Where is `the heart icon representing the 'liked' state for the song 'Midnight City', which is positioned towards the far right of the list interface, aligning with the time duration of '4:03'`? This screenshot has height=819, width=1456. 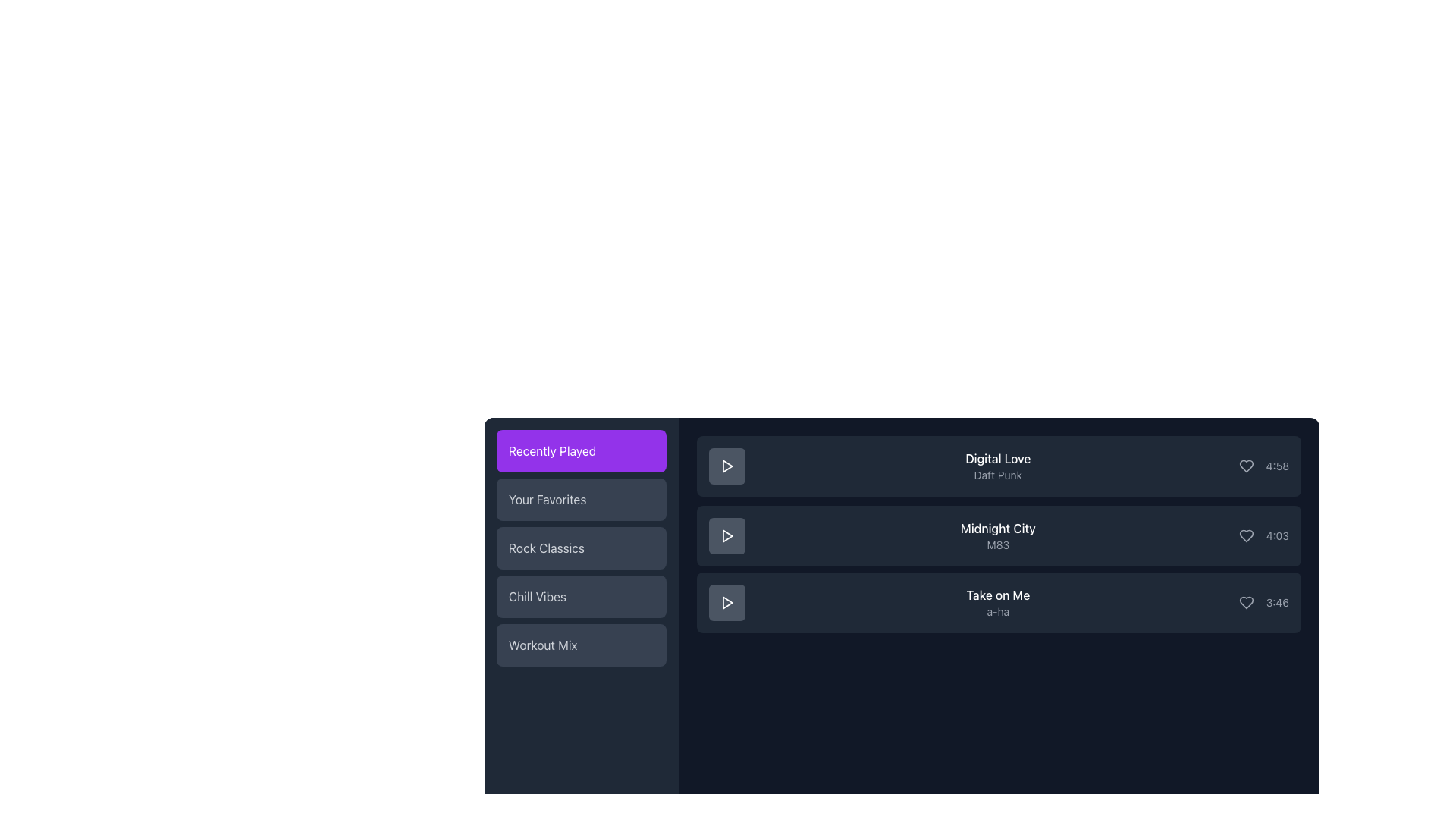
the heart icon representing the 'liked' state for the song 'Midnight City', which is positioned towards the far right of the list interface, aligning with the time duration of '4:03' is located at coordinates (1246, 535).